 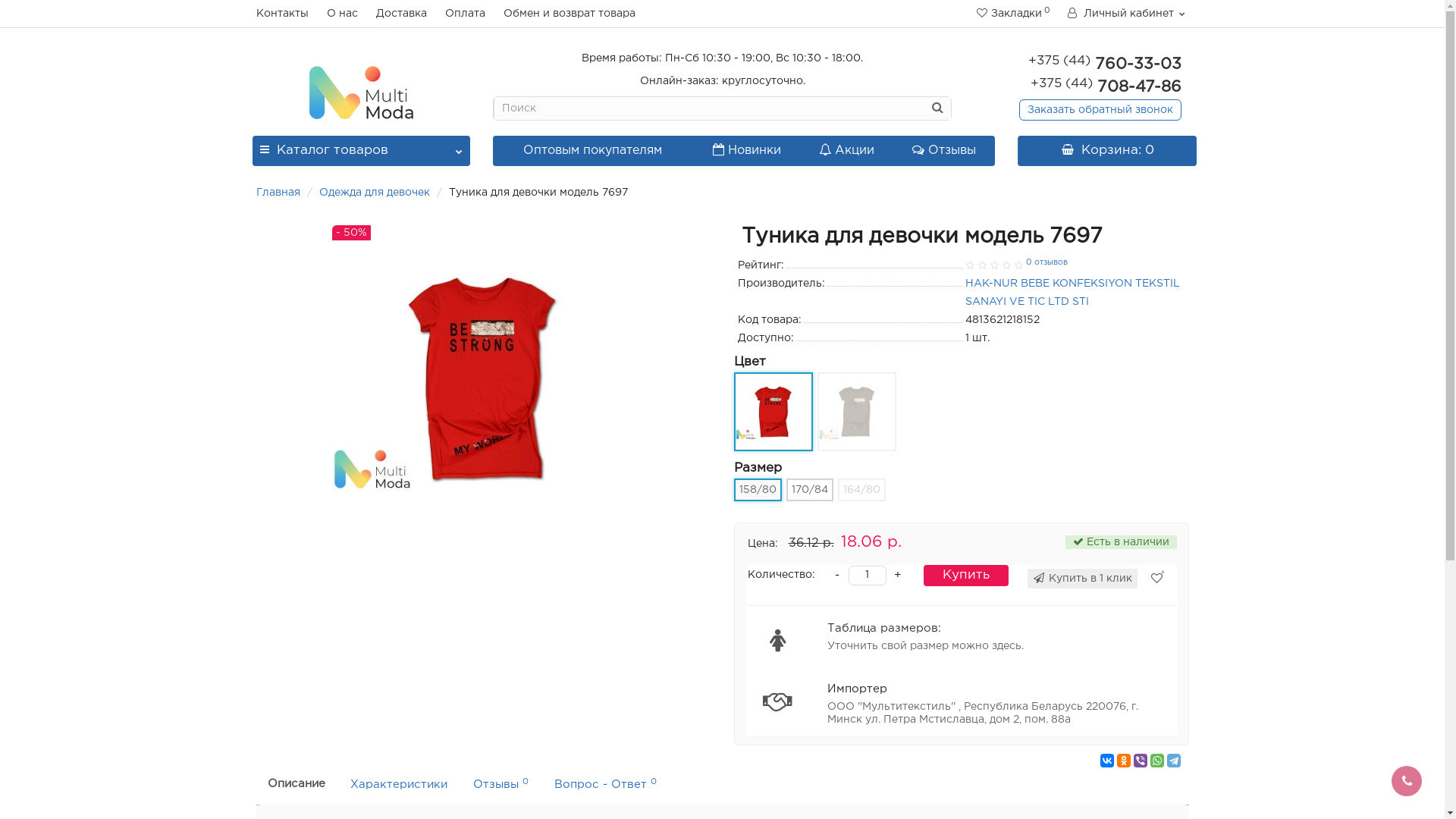 What do you see at coordinates (1105, 87) in the screenshot?
I see `'+375 (44) 708-47-86'` at bounding box center [1105, 87].